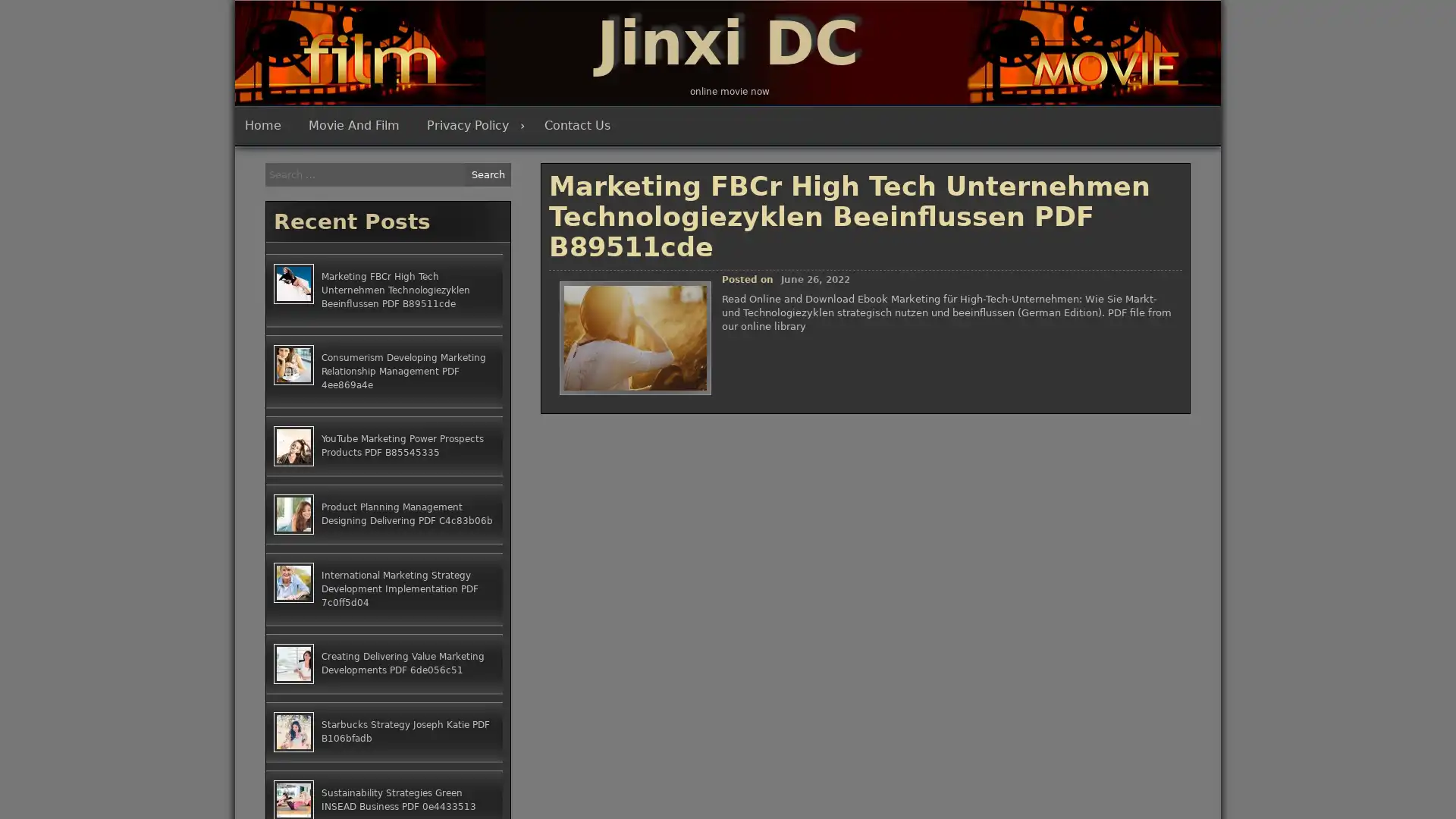  I want to click on Search, so click(488, 174).